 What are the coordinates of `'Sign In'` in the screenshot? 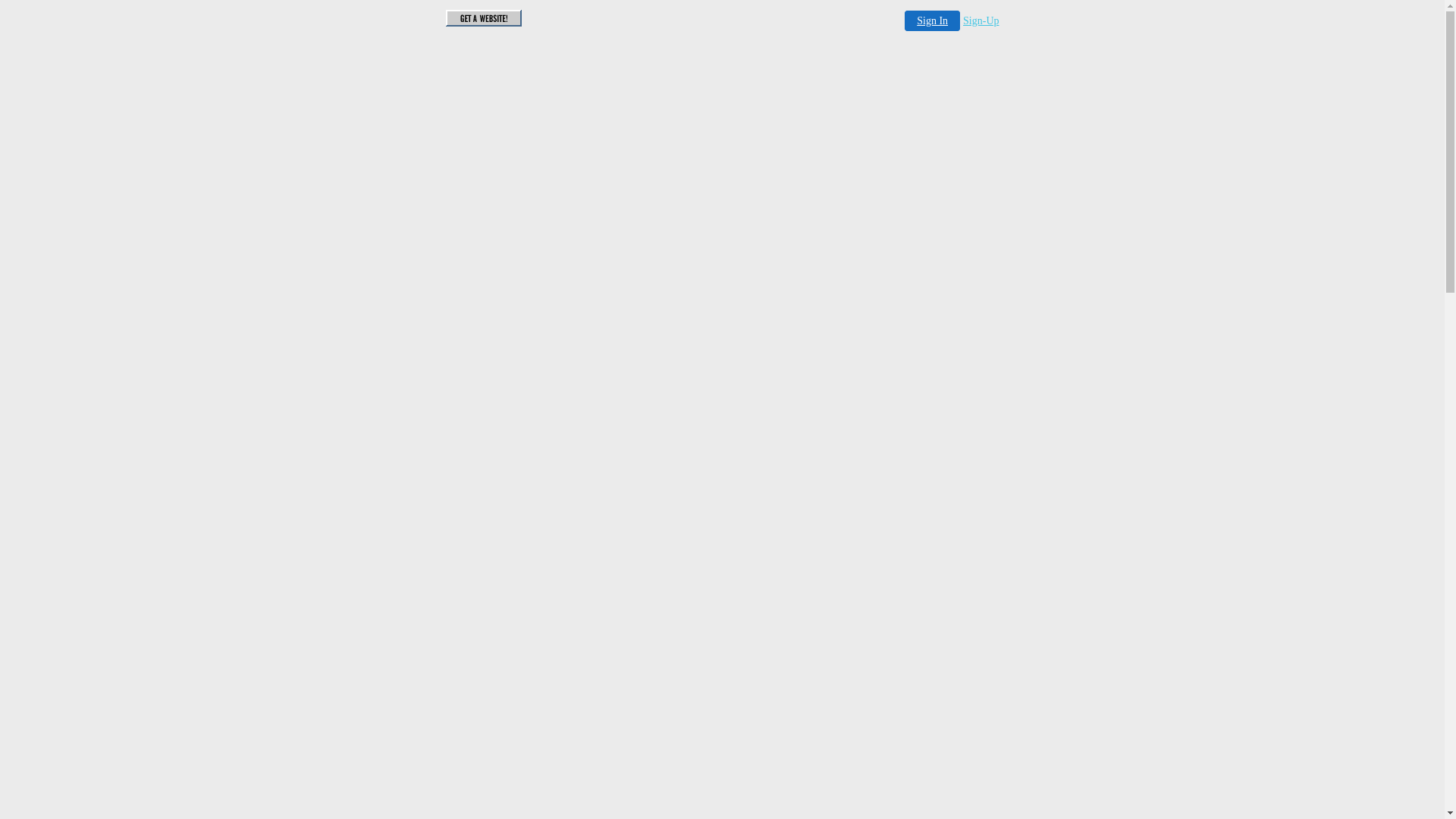 It's located at (905, 20).